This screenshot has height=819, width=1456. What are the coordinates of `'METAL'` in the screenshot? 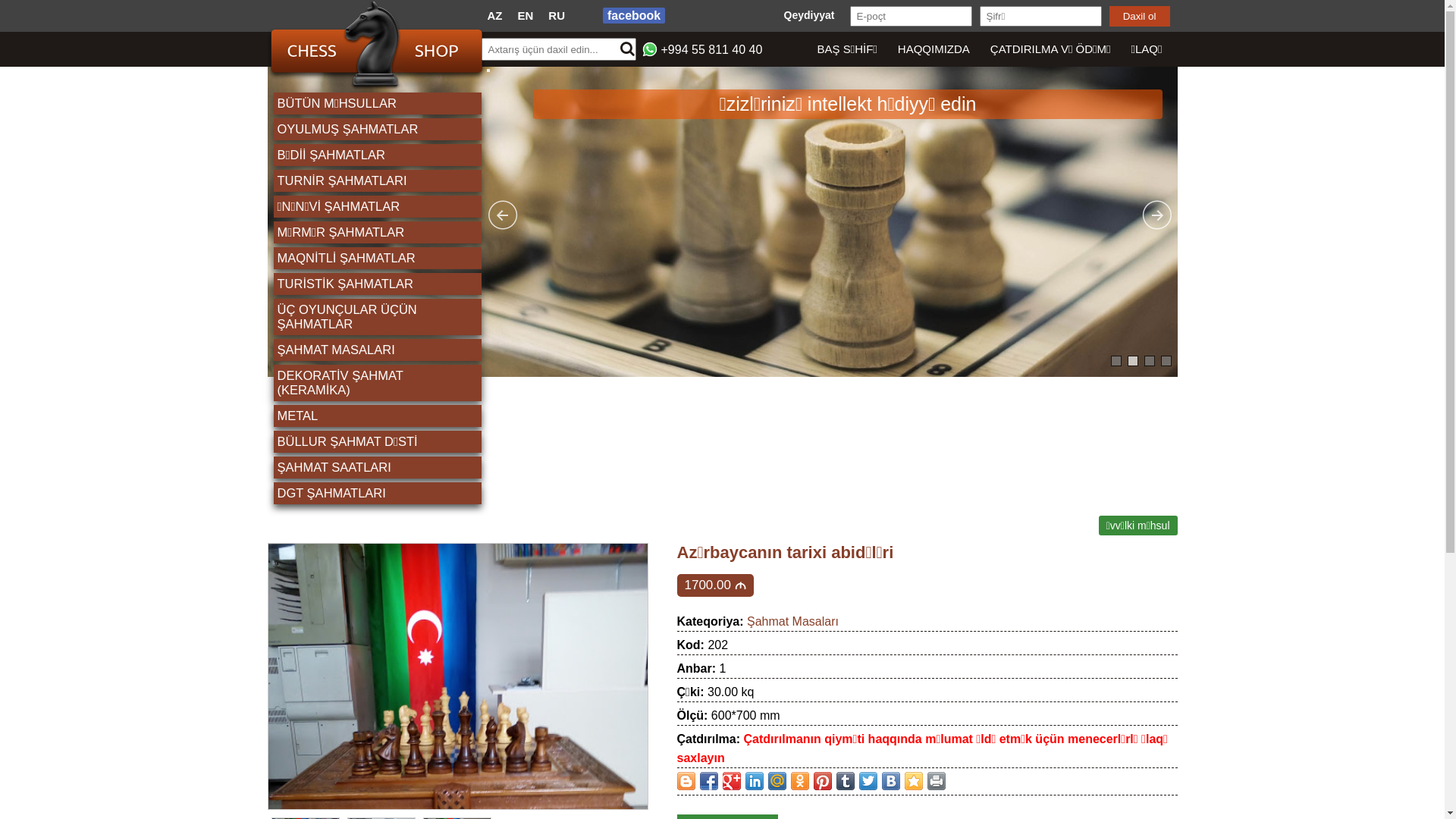 It's located at (378, 416).